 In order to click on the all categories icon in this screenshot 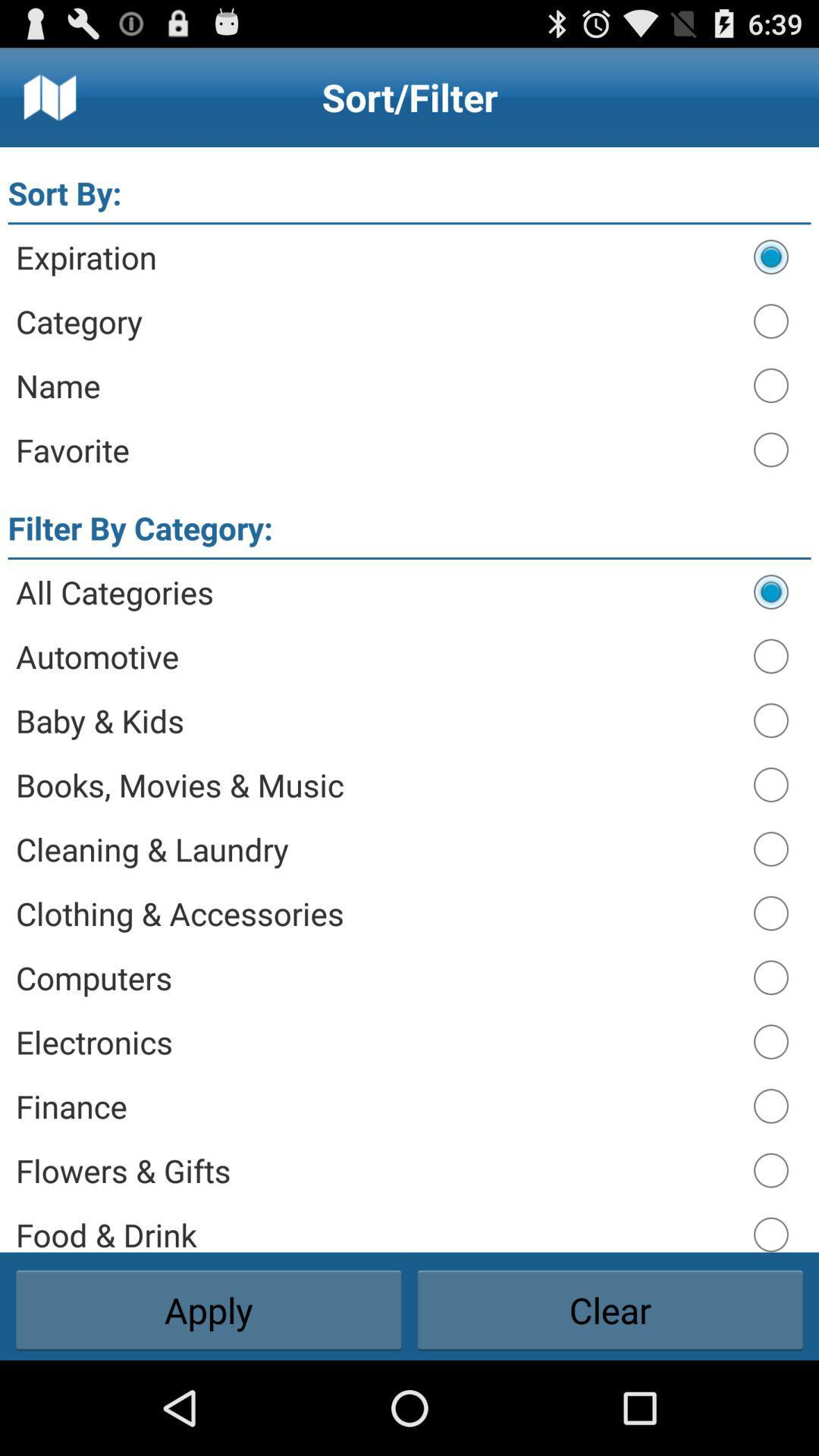, I will do `click(376, 591)`.